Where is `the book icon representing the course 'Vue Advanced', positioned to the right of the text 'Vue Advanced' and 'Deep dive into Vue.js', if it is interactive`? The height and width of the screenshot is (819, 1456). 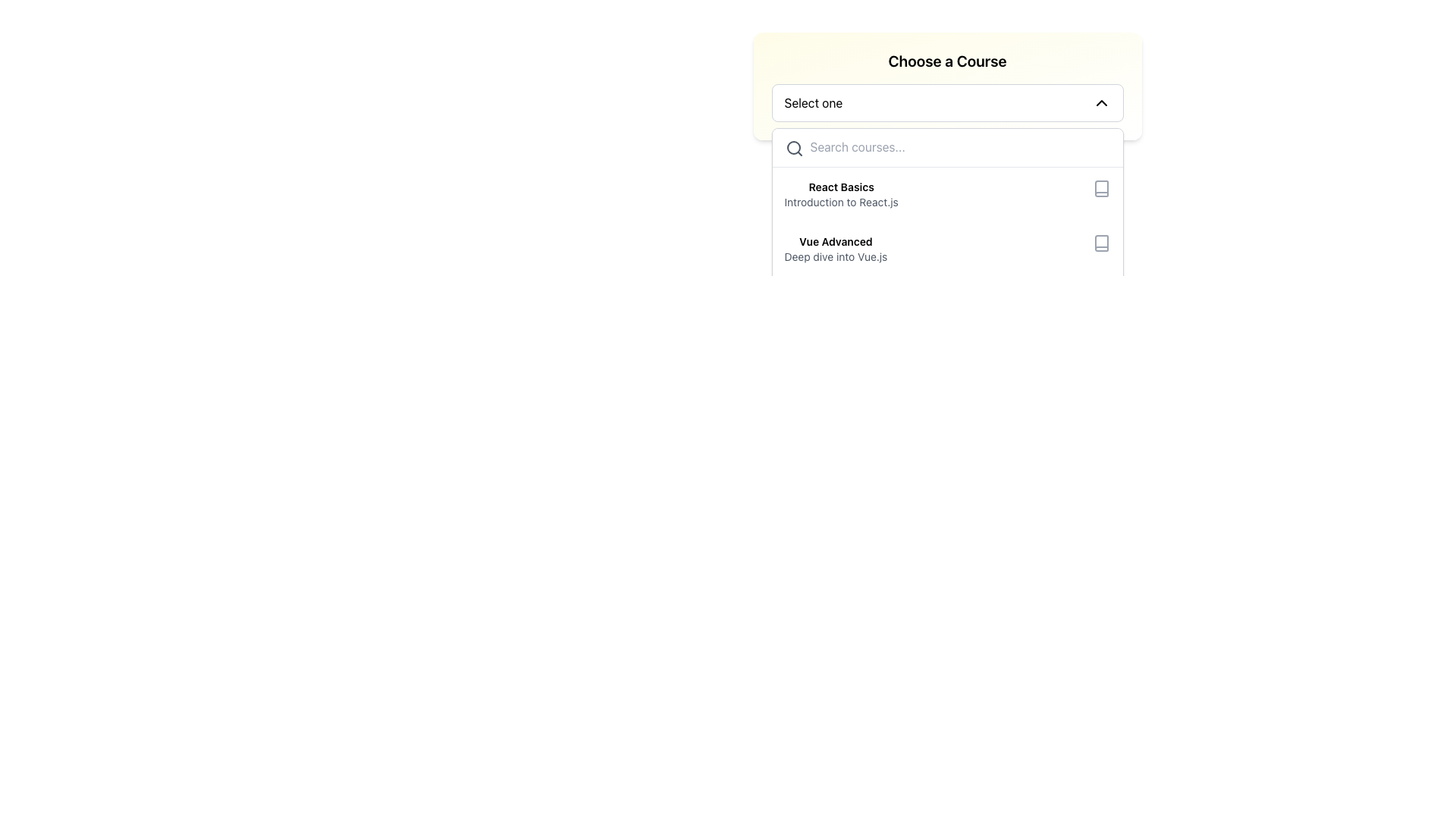
the book icon representing the course 'Vue Advanced', positioned to the right of the text 'Vue Advanced' and 'Deep dive into Vue.js', if it is interactive is located at coordinates (1101, 242).